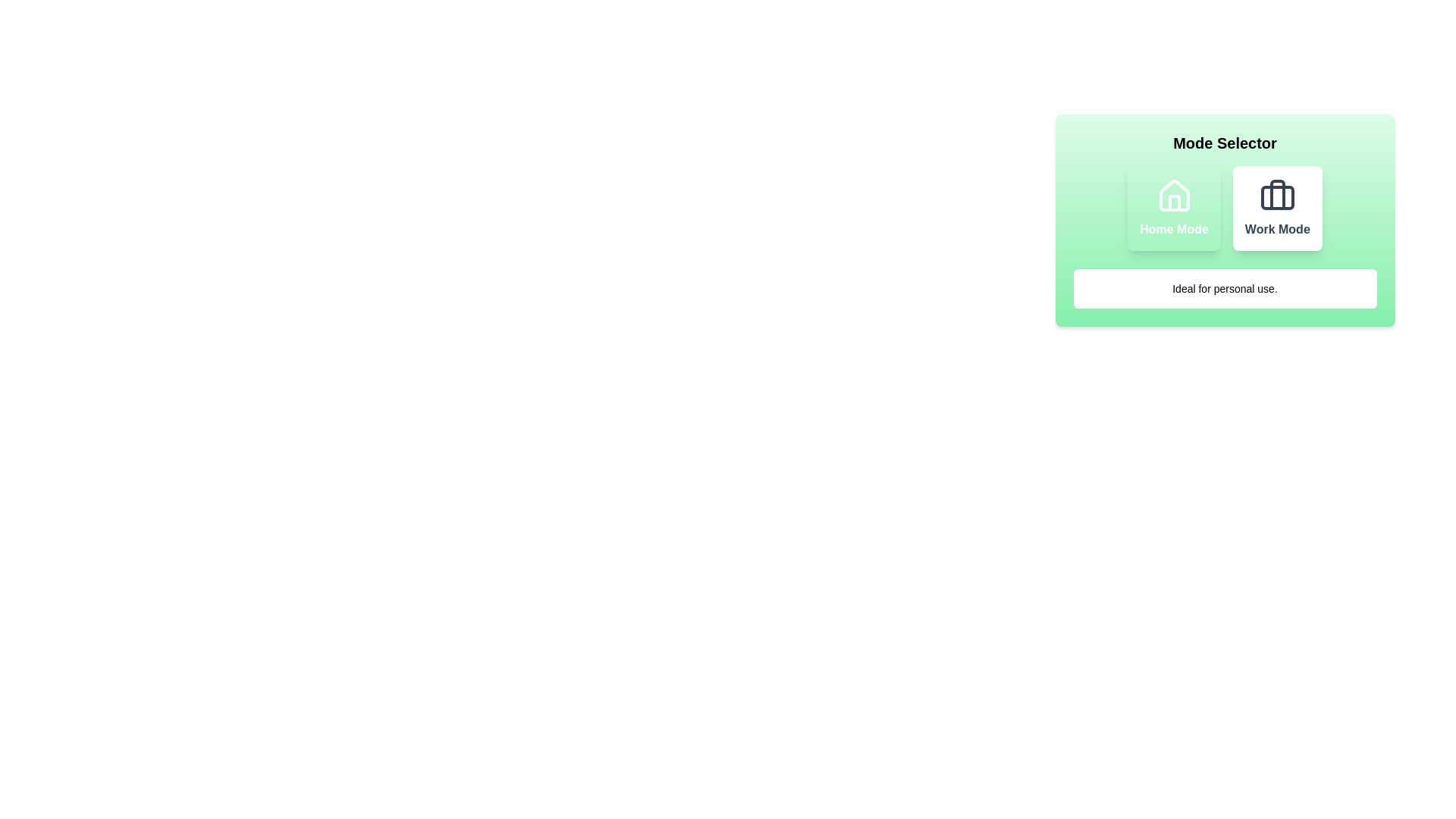 The width and height of the screenshot is (1456, 819). Describe the element at coordinates (1173, 208) in the screenshot. I see `the 'Home Mode' button to activate the Home mode` at that location.